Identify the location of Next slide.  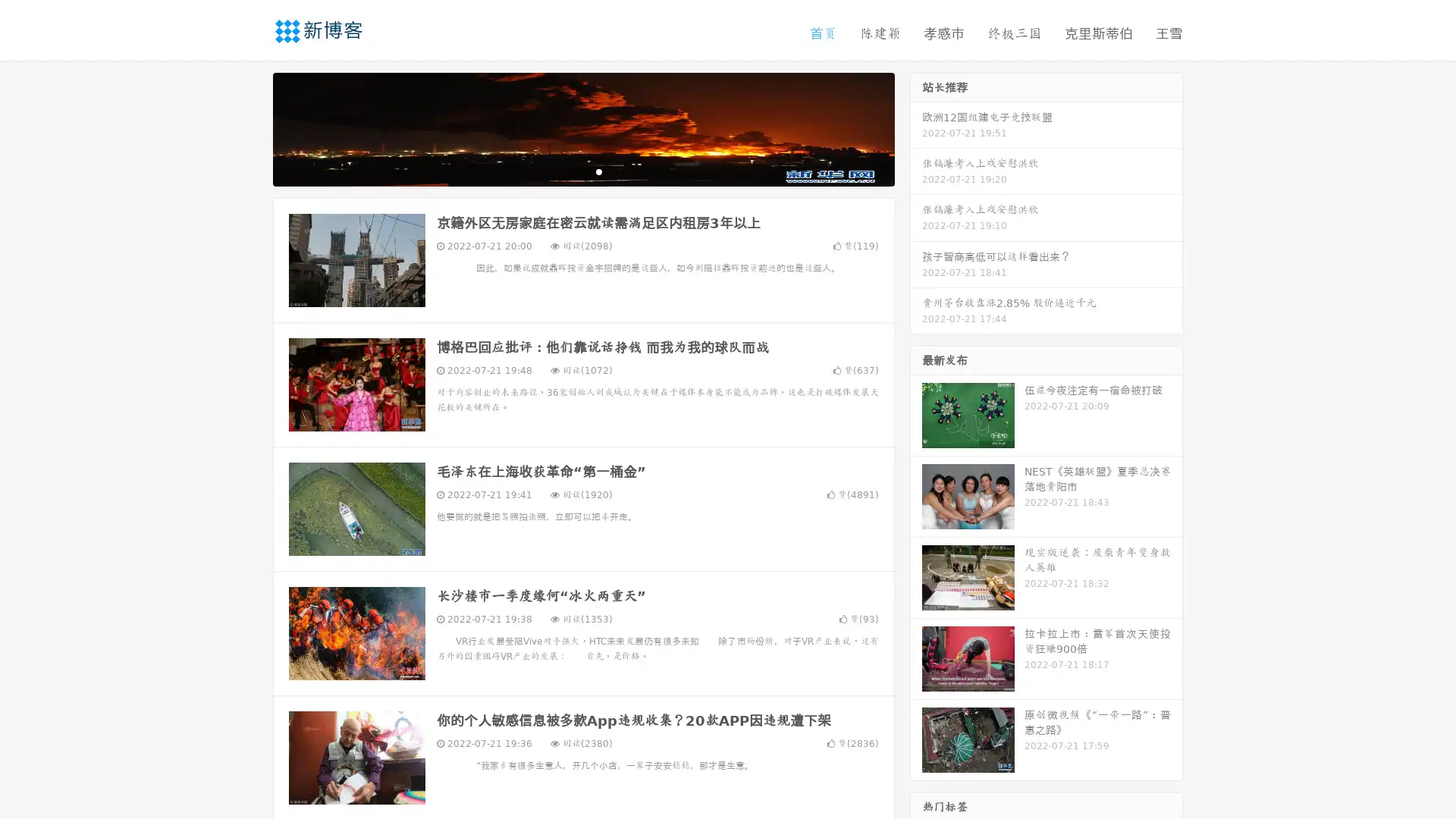
(916, 127).